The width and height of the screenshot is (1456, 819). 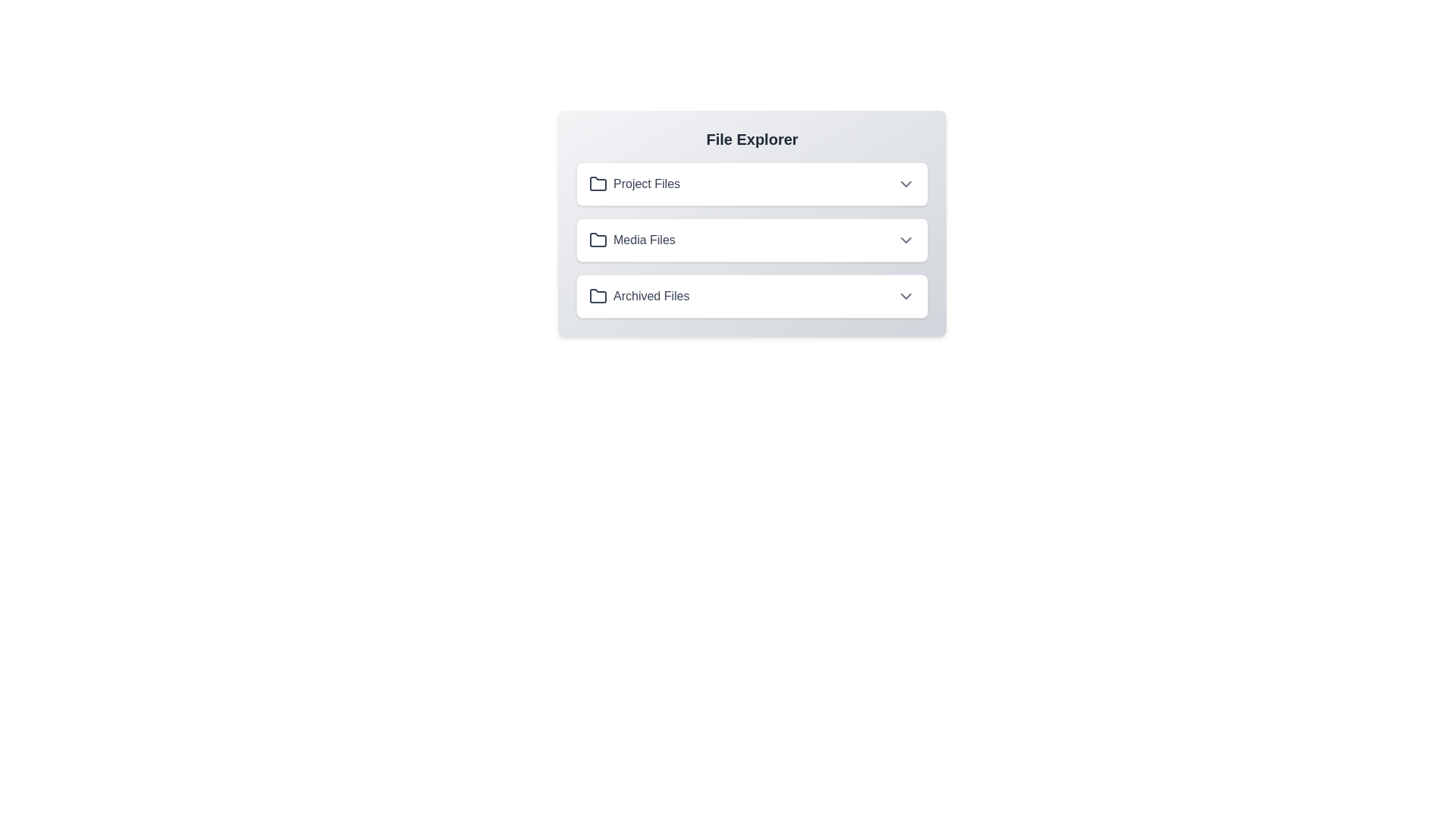 I want to click on the toggle button for the folder named Project Files, so click(x=906, y=184).